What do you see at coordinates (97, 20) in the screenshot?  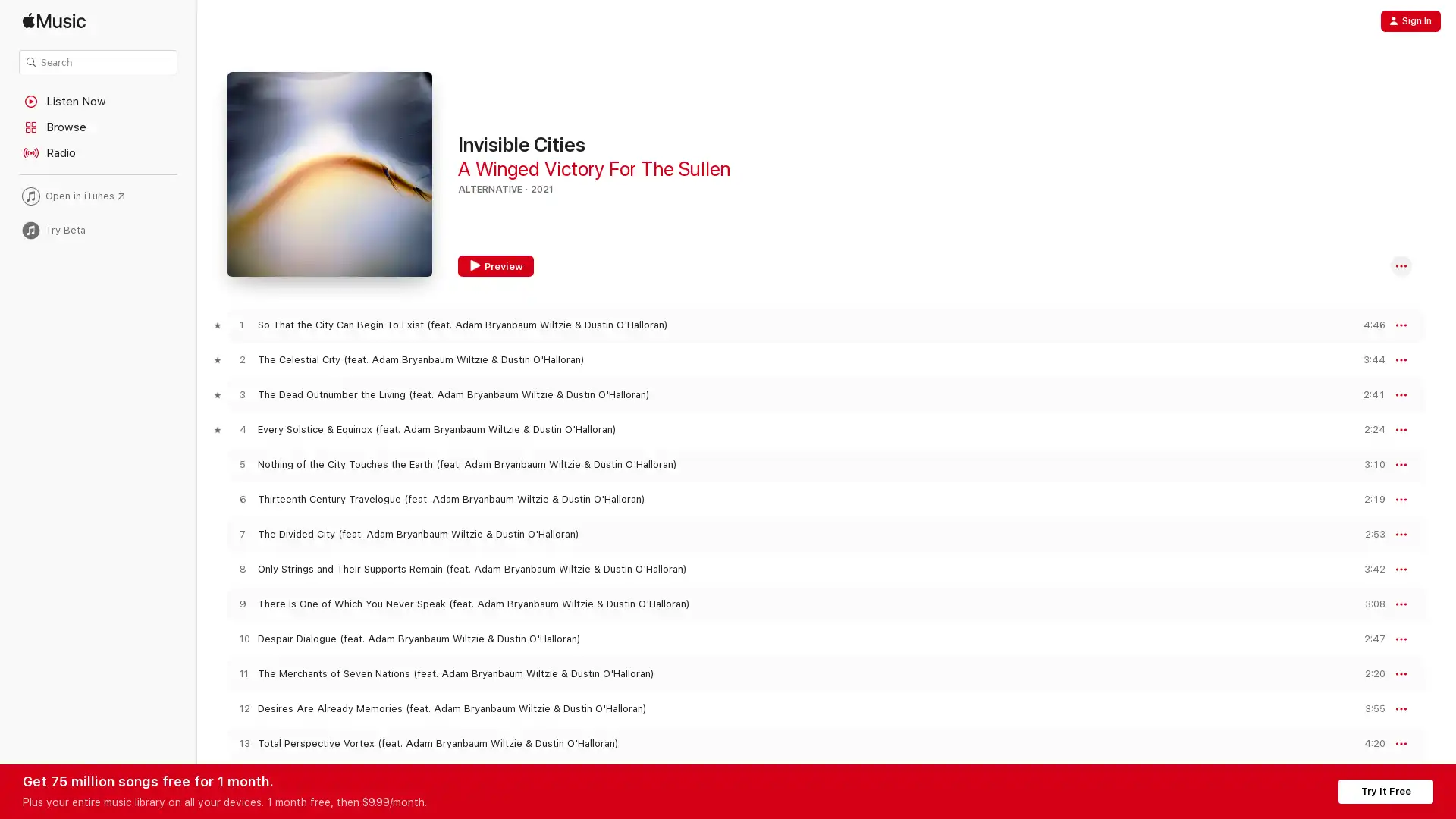 I see `Apple Music` at bounding box center [97, 20].